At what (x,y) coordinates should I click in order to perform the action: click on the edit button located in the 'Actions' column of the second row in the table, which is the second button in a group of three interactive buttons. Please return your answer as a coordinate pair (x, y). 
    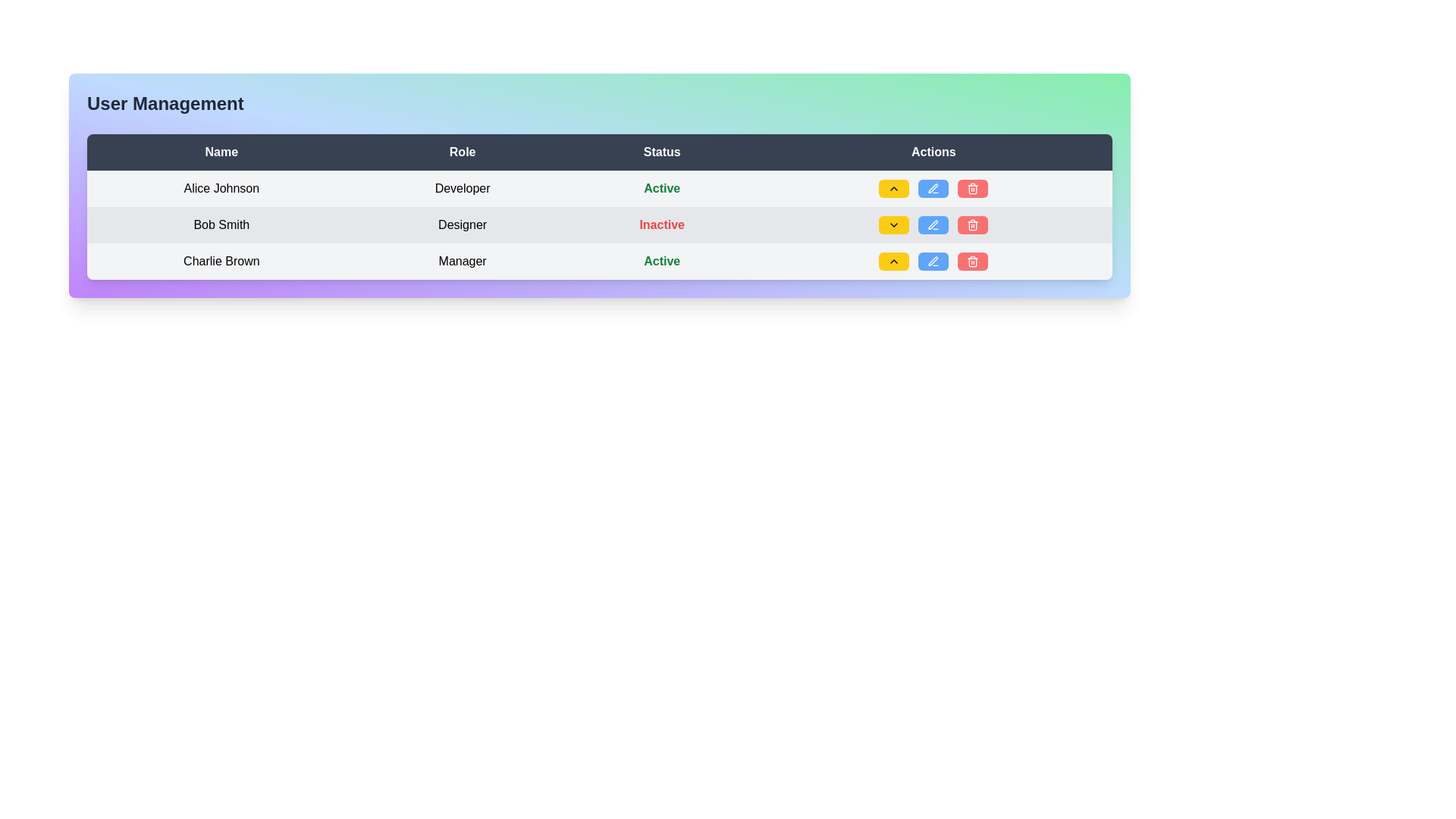
    Looking at the image, I should click on (933, 188).